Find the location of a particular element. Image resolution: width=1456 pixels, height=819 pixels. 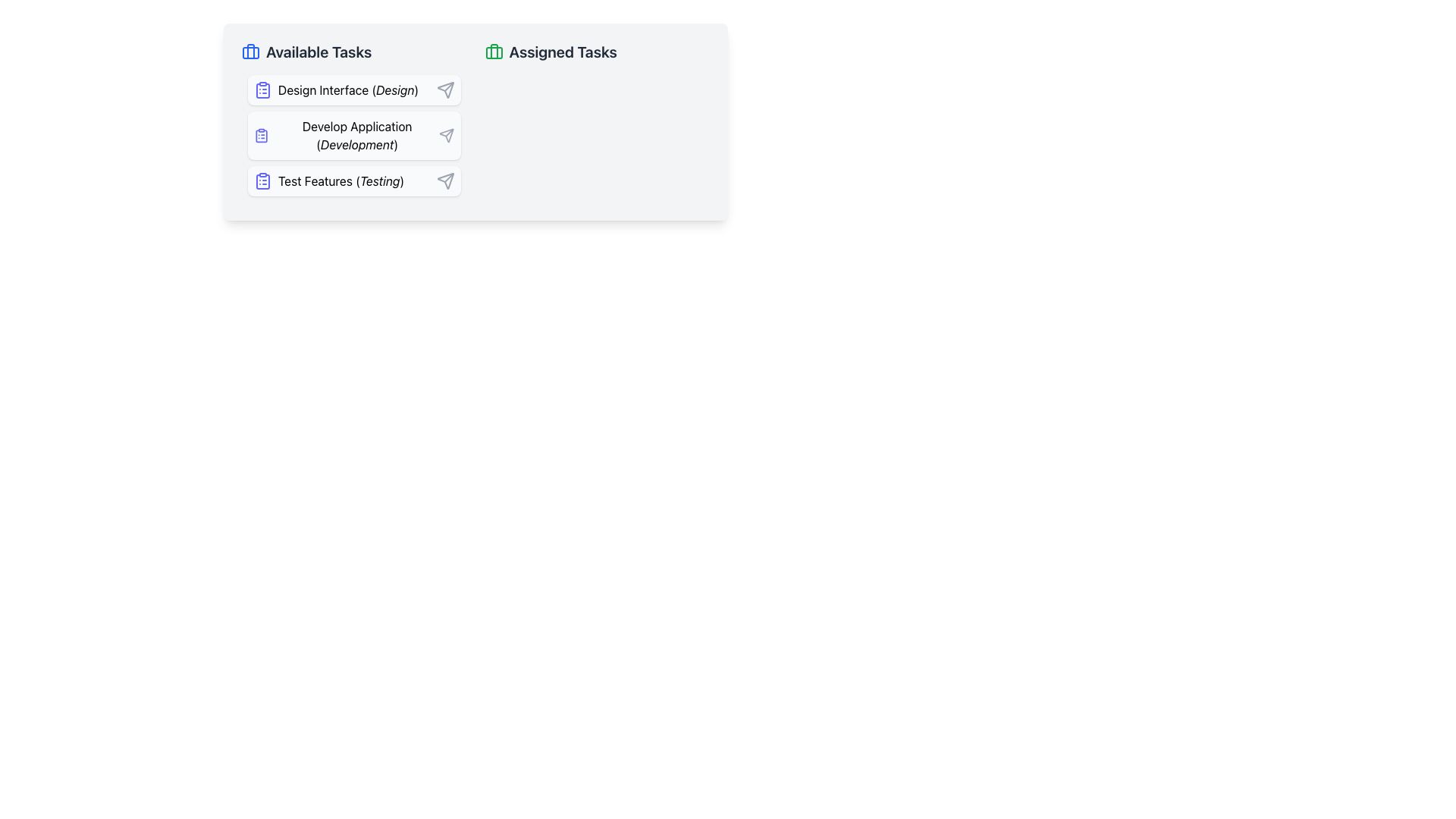

the text label 'Design' which is styled in bold and is part of the first task item labeled 'Design Interface (Design)' within the 'Available Tasks' list is located at coordinates (395, 90).